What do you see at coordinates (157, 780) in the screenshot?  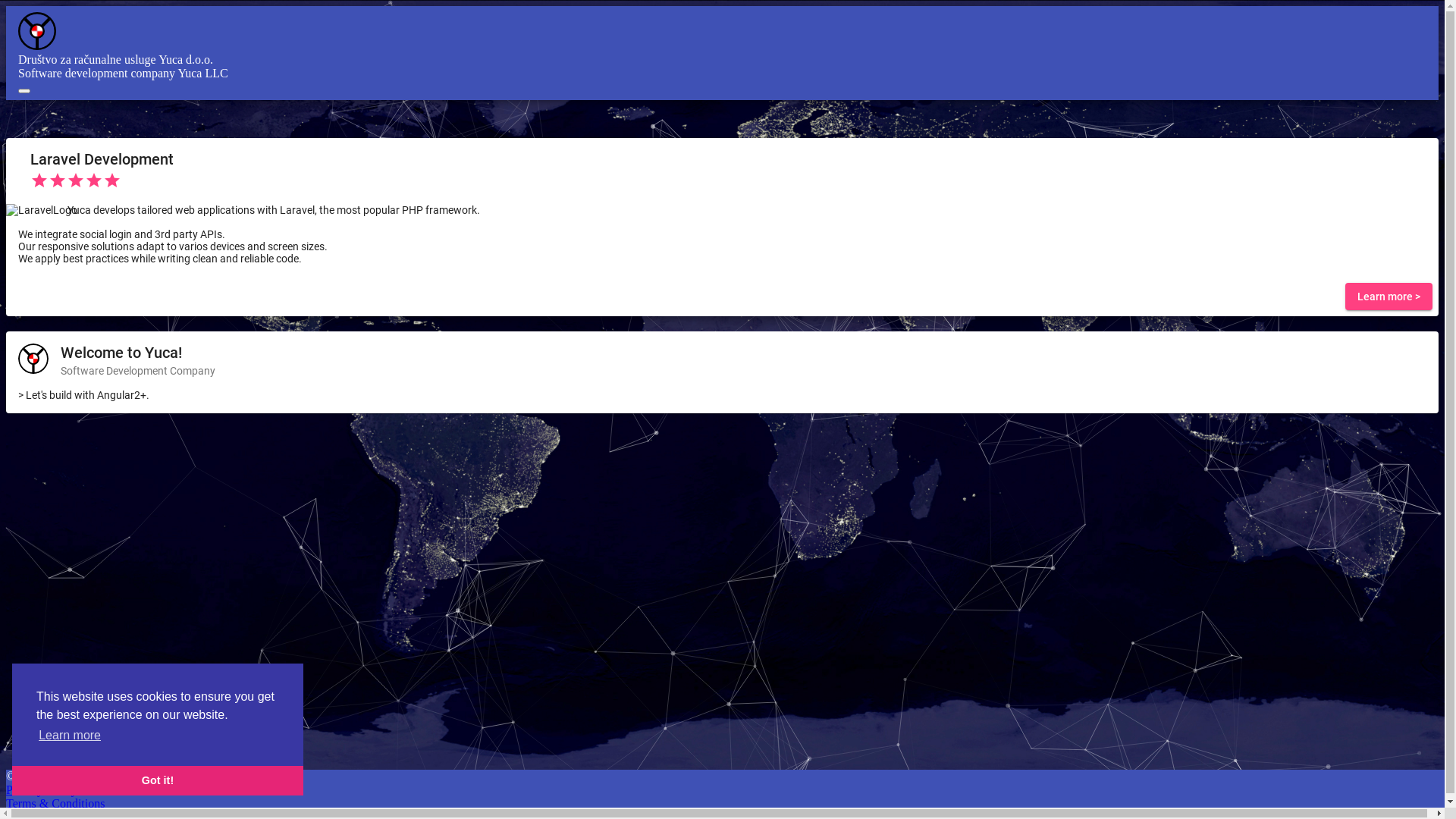 I see `'Got it!'` at bounding box center [157, 780].